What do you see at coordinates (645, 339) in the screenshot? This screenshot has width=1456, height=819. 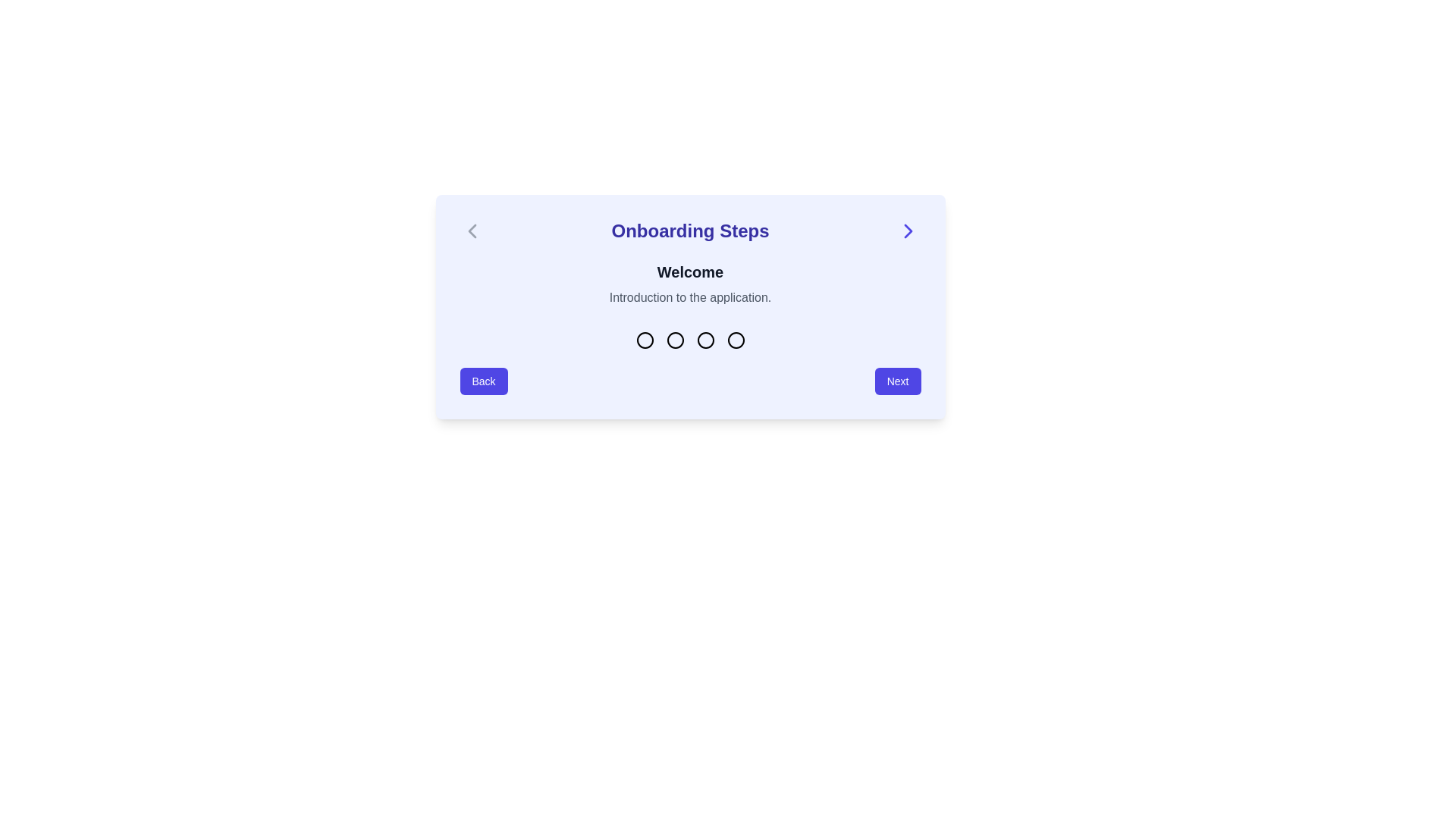 I see `the first circular navigation indicator in the onboarding progress step indicators, located below the 'Onboarding Steps' heading` at bounding box center [645, 339].